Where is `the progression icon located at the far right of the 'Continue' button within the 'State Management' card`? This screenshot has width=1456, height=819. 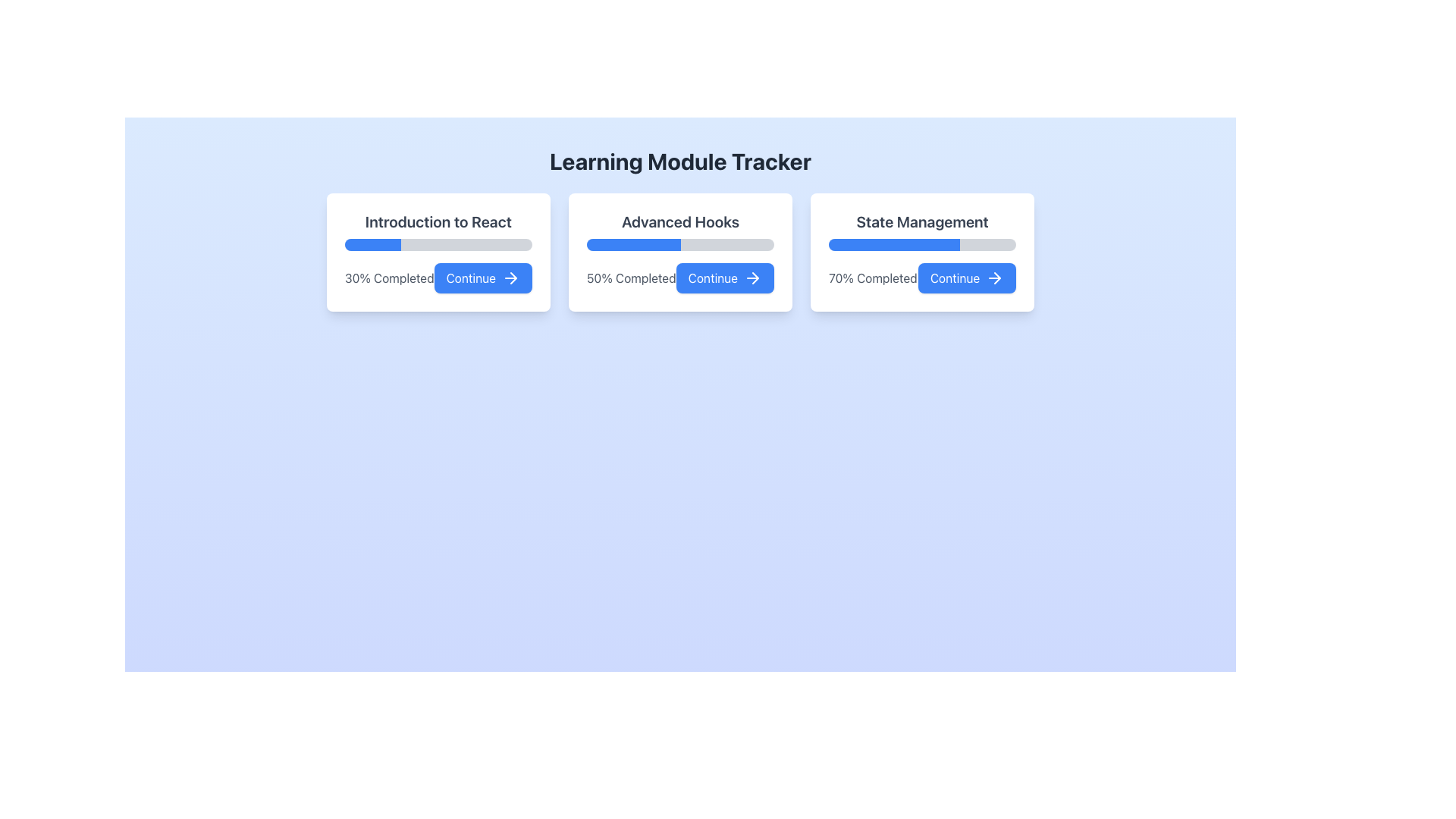
the progression icon located at the far right of the 'Continue' button within the 'State Management' card is located at coordinates (995, 278).